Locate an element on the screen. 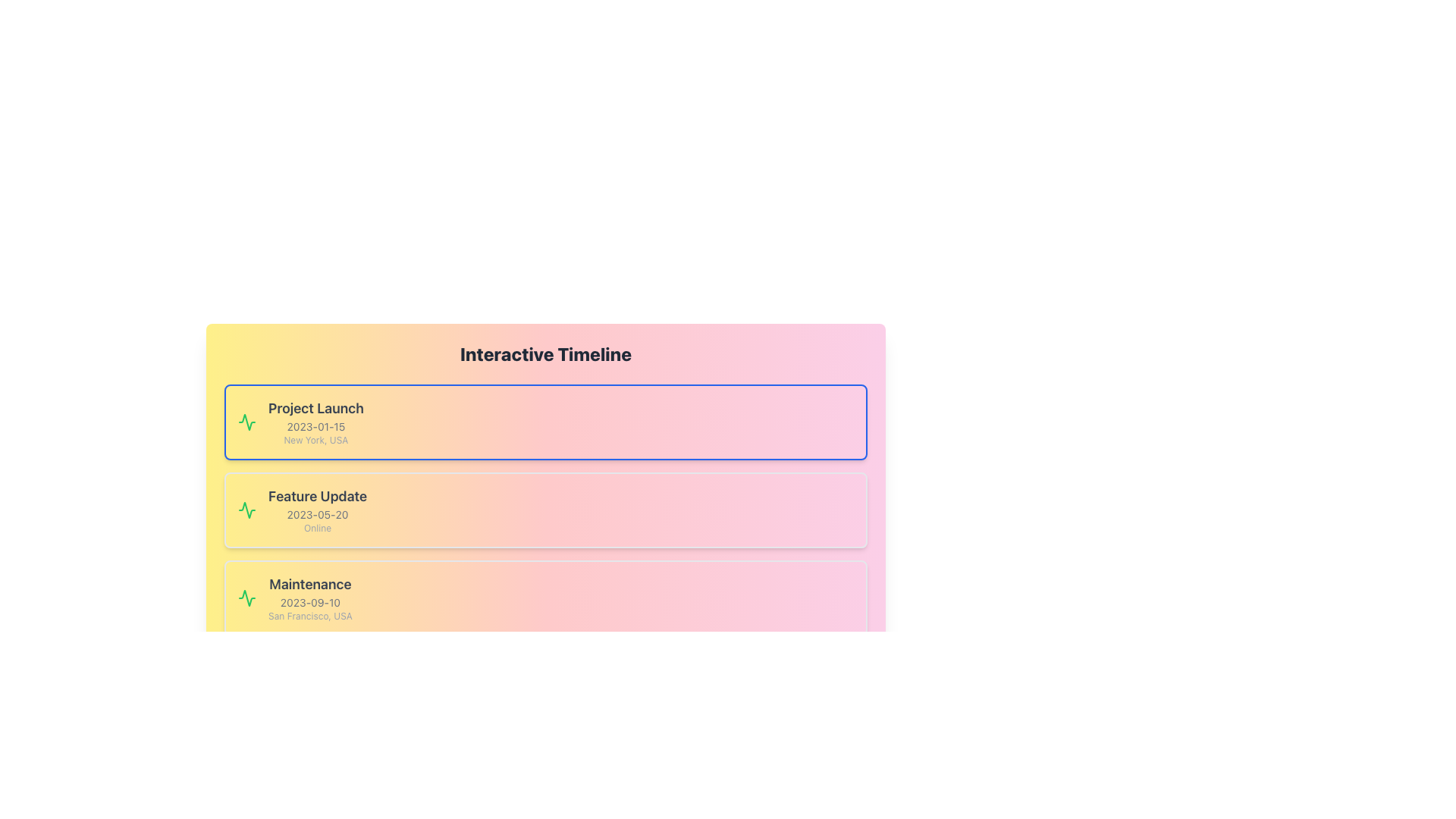  the text label 'San Francisco, USA' located below the date '2023-09-10' is located at coordinates (309, 617).